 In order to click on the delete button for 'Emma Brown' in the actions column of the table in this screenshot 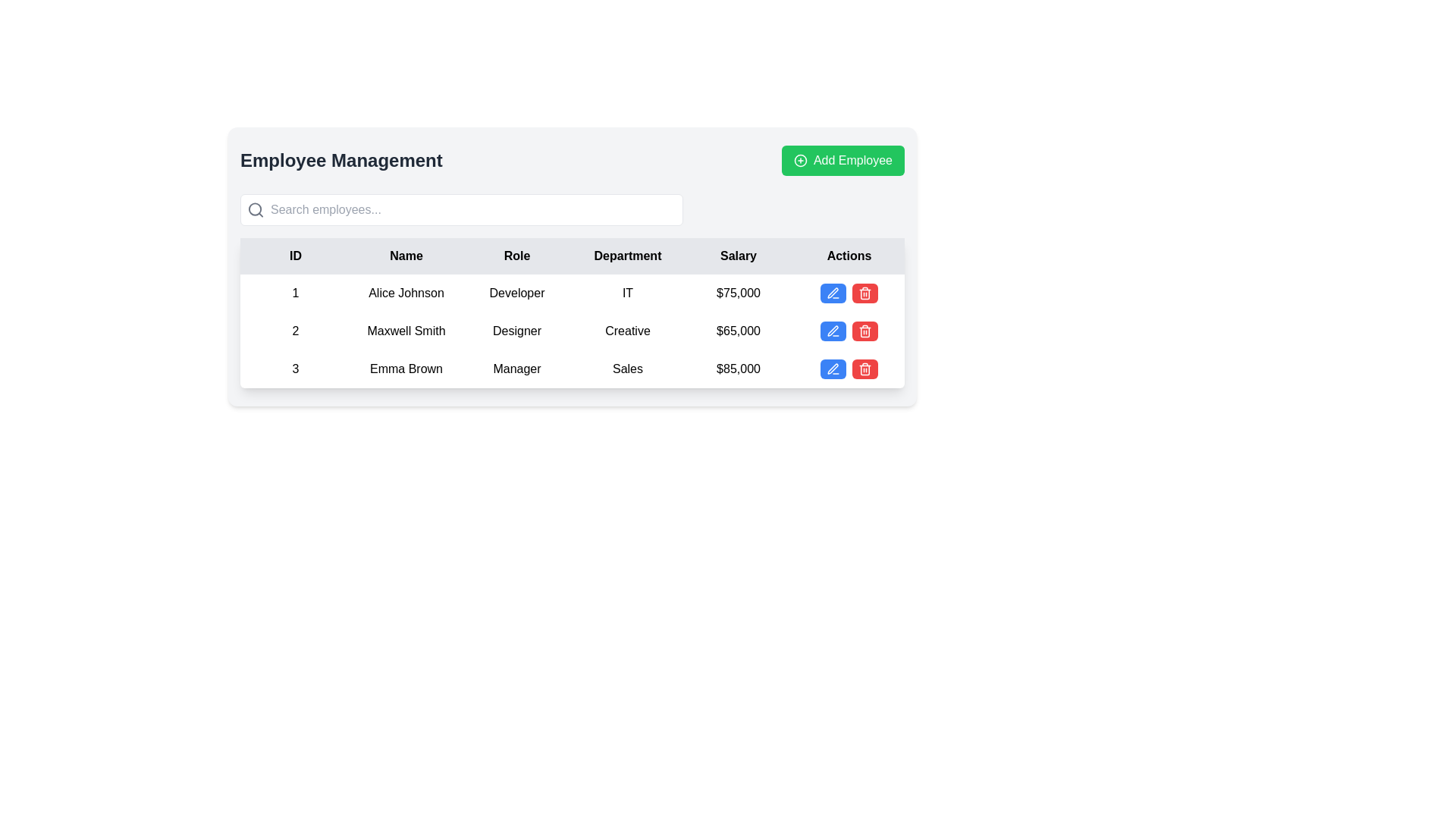, I will do `click(865, 293)`.